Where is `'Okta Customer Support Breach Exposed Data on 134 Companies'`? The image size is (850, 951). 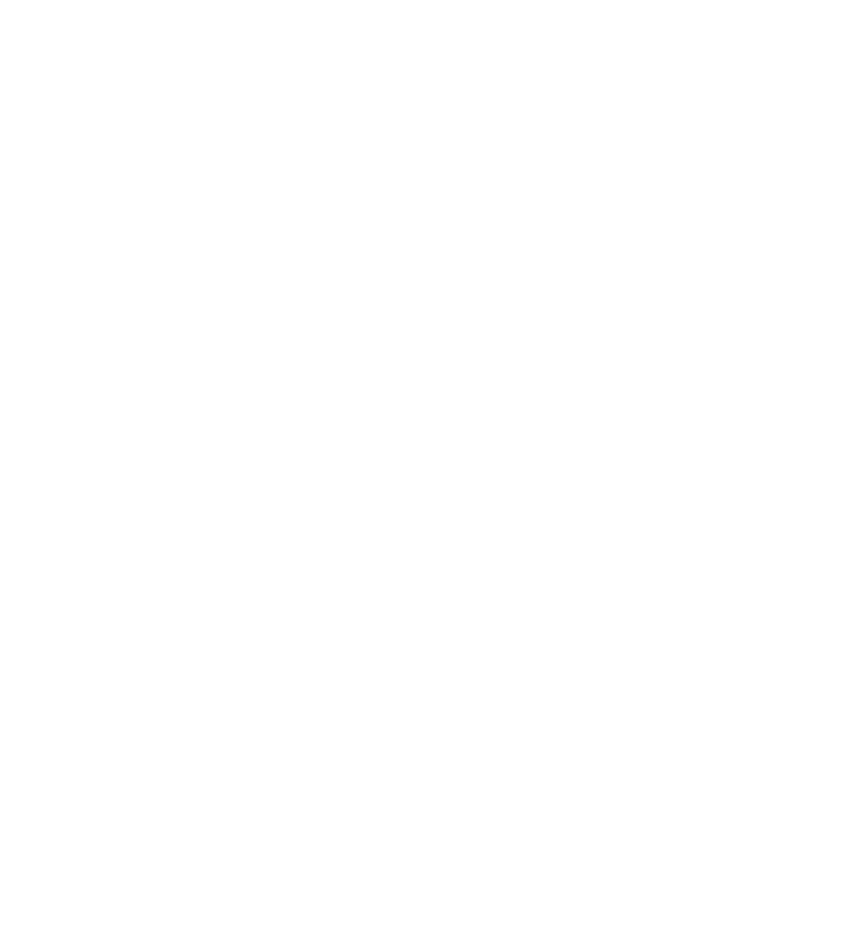 'Okta Customer Support Breach Exposed Data on 134 Companies' is located at coordinates (430, 463).